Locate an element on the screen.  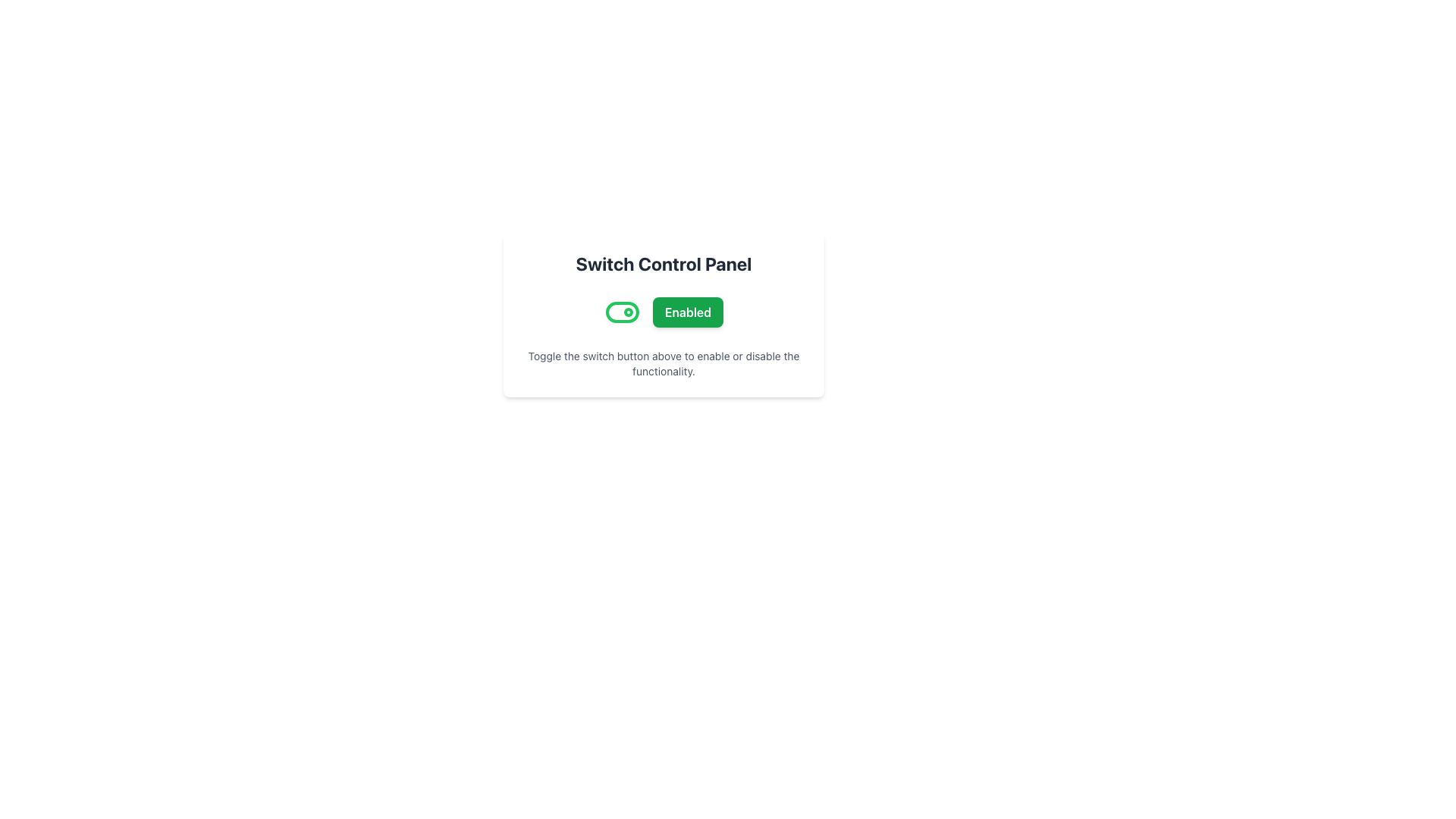
the 'Enabled' button located below the 'Switch Control Panel' title is located at coordinates (664, 312).